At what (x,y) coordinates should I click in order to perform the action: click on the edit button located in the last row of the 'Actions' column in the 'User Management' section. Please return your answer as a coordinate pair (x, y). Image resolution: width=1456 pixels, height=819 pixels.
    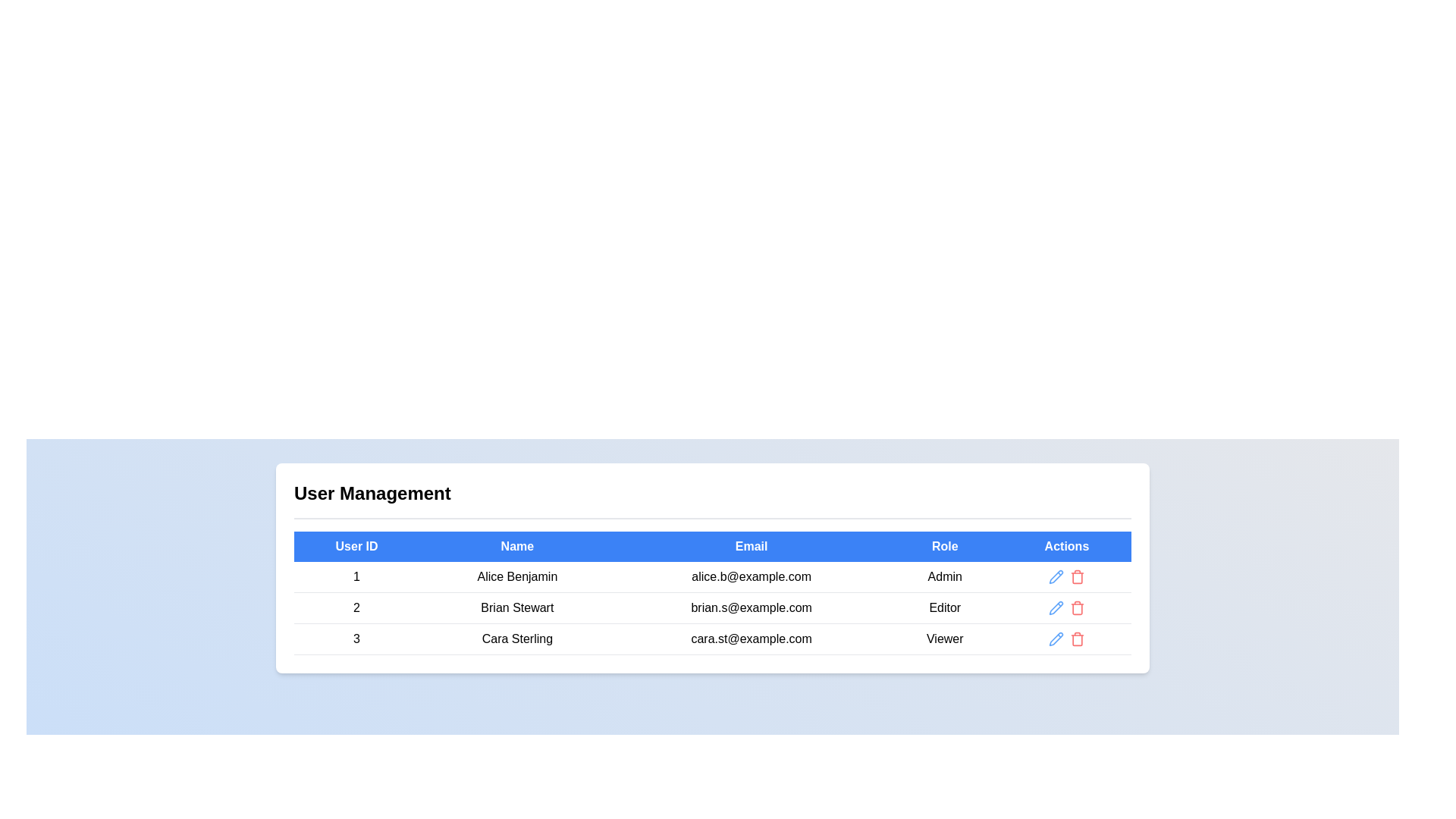
    Looking at the image, I should click on (1055, 639).